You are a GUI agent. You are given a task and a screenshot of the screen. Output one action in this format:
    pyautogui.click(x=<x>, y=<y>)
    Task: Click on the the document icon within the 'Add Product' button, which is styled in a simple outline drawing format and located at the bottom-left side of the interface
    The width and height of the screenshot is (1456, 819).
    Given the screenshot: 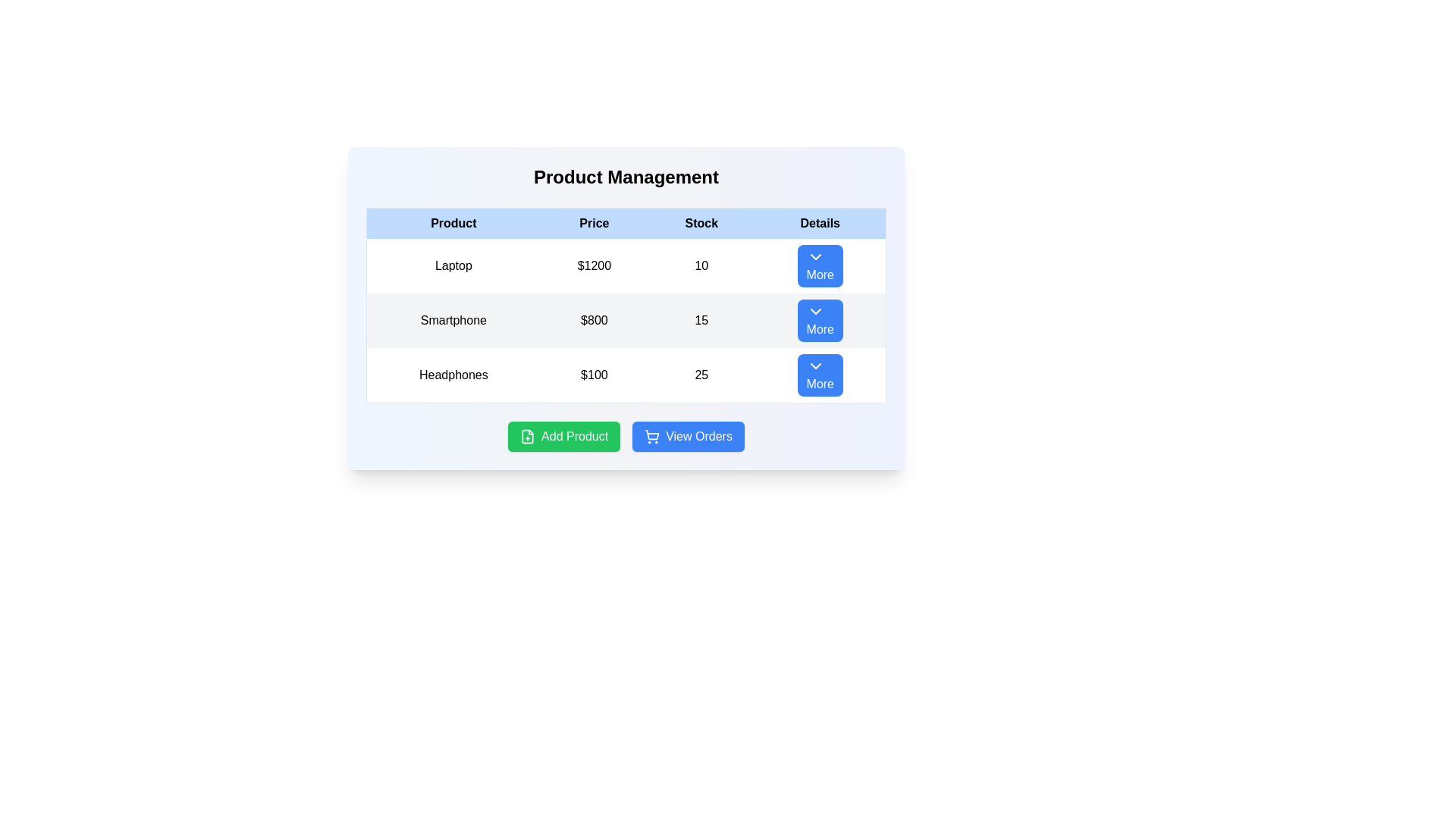 What is the action you would take?
    pyautogui.click(x=528, y=436)
    